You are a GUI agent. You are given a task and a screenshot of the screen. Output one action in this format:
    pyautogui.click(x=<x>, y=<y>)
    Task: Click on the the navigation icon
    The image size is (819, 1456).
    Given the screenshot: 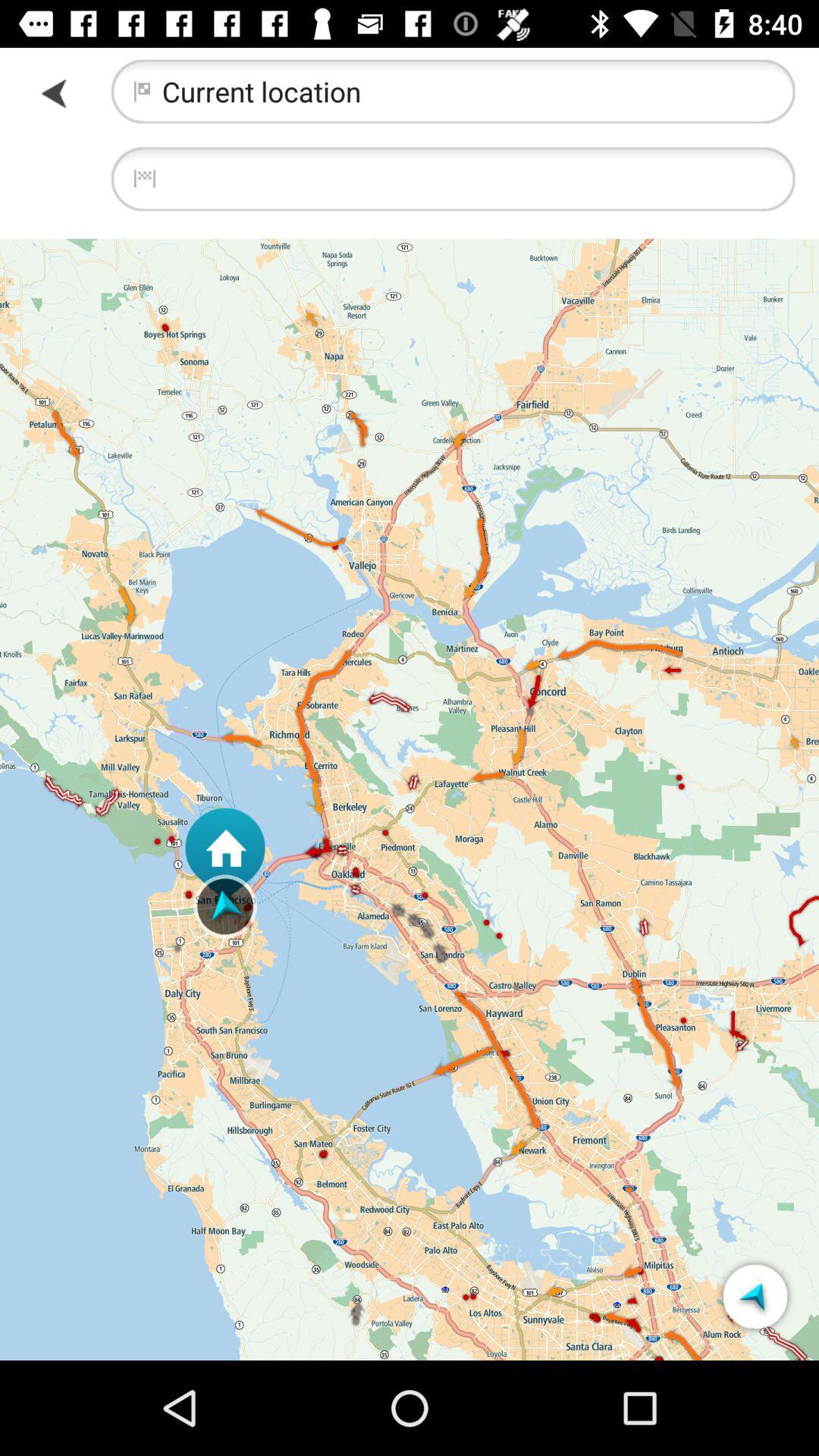 What is the action you would take?
    pyautogui.click(x=755, y=1295)
    